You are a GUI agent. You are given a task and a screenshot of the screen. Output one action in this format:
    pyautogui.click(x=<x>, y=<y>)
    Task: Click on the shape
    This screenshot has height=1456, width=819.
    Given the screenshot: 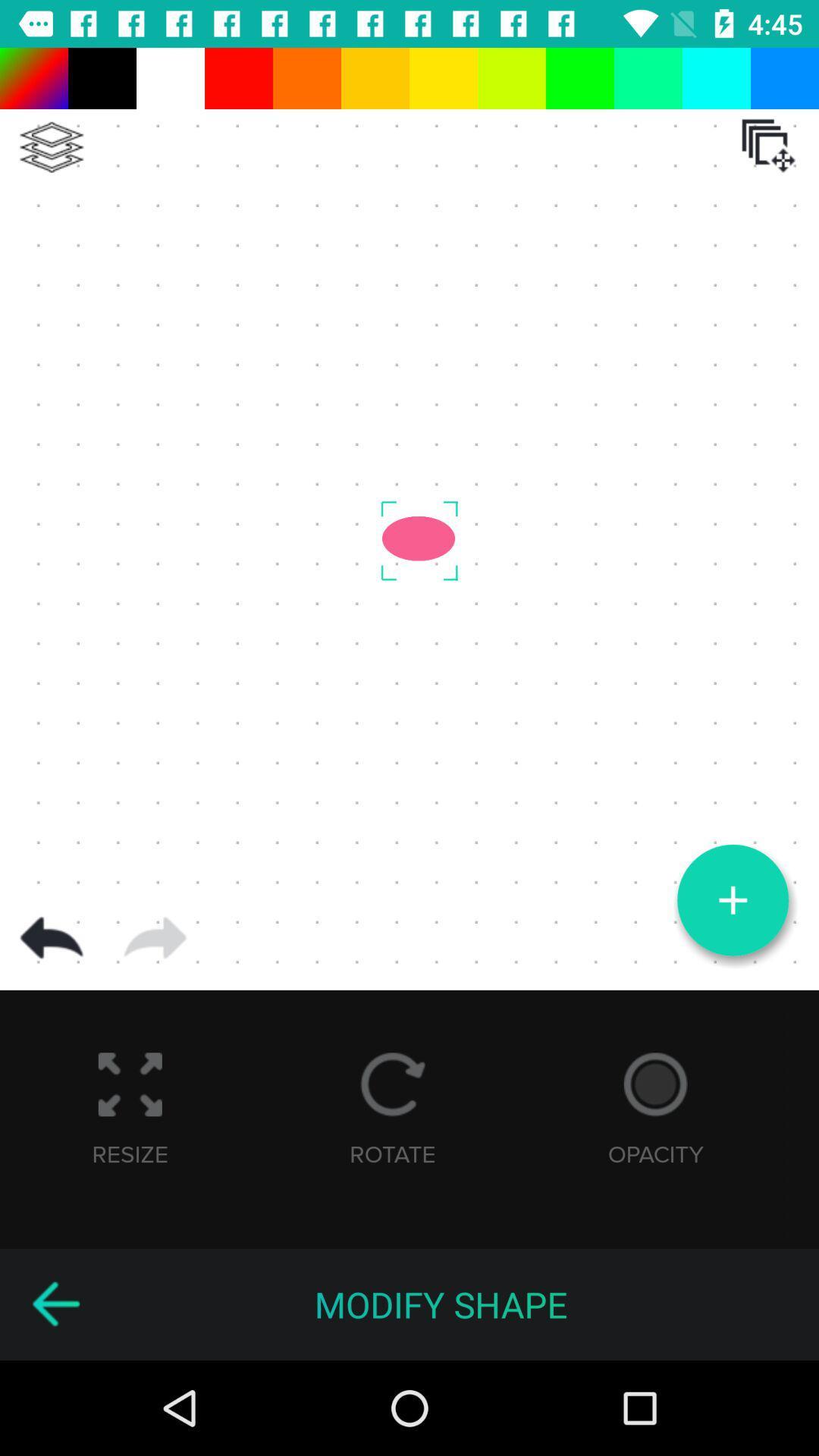 What is the action you would take?
    pyautogui.click(x=732, y=900)
    